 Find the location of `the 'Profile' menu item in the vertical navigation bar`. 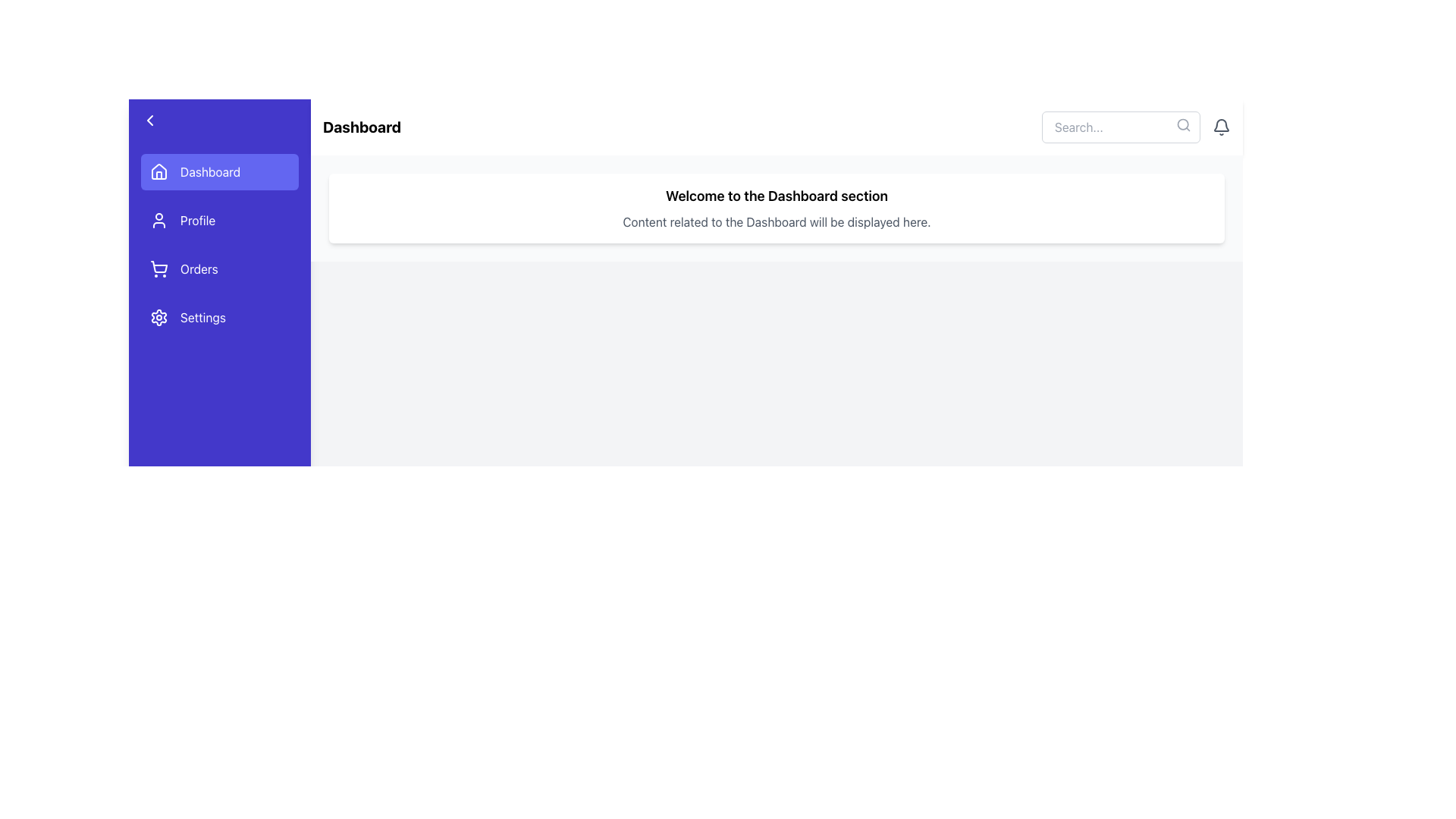

the 'Profile' menu item in the vertical navigation bar is located at coordinates (197, 220).